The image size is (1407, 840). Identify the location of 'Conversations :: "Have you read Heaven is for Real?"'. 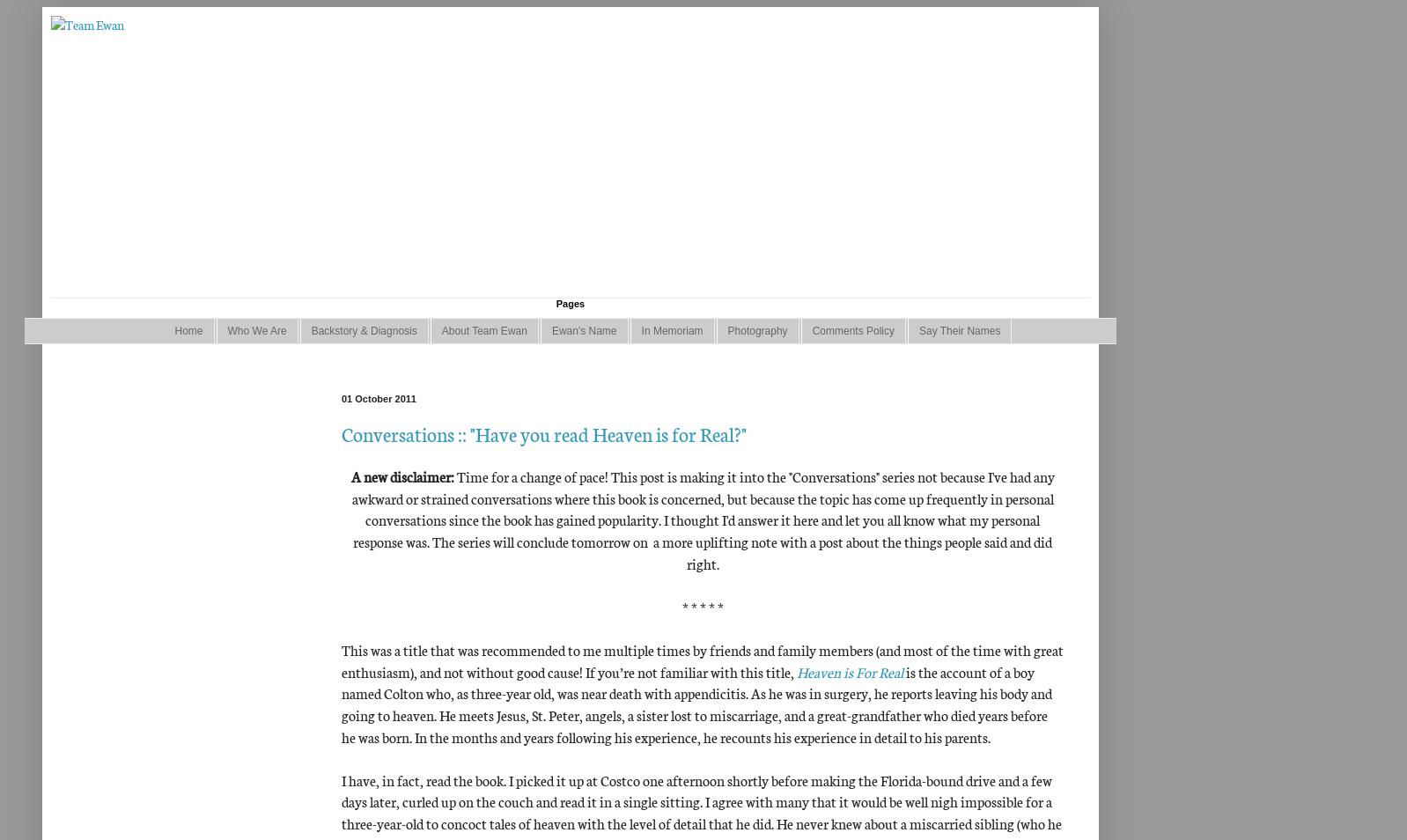
(543, 431).